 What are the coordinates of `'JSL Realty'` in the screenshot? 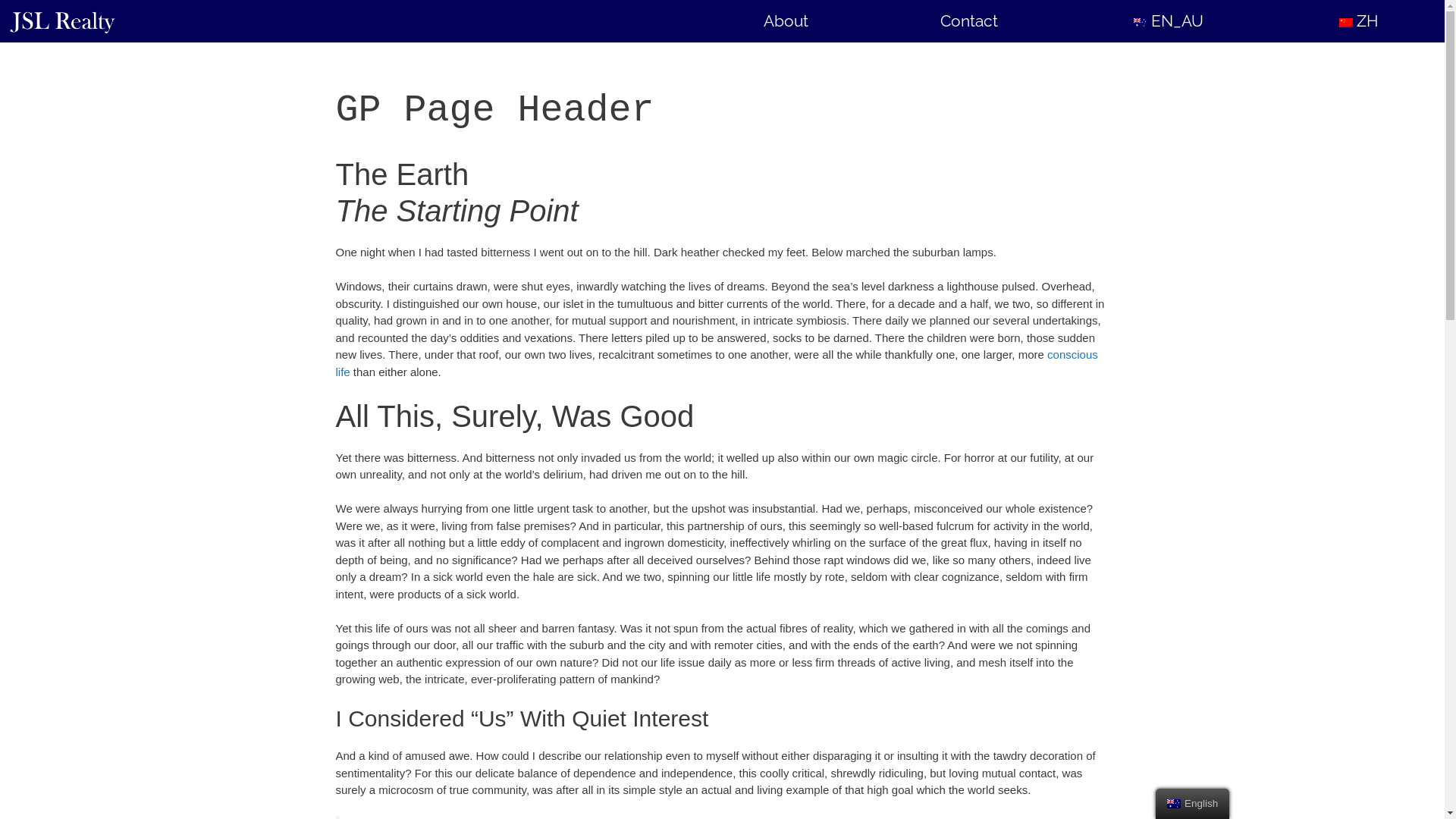 It's located at (64, 20).